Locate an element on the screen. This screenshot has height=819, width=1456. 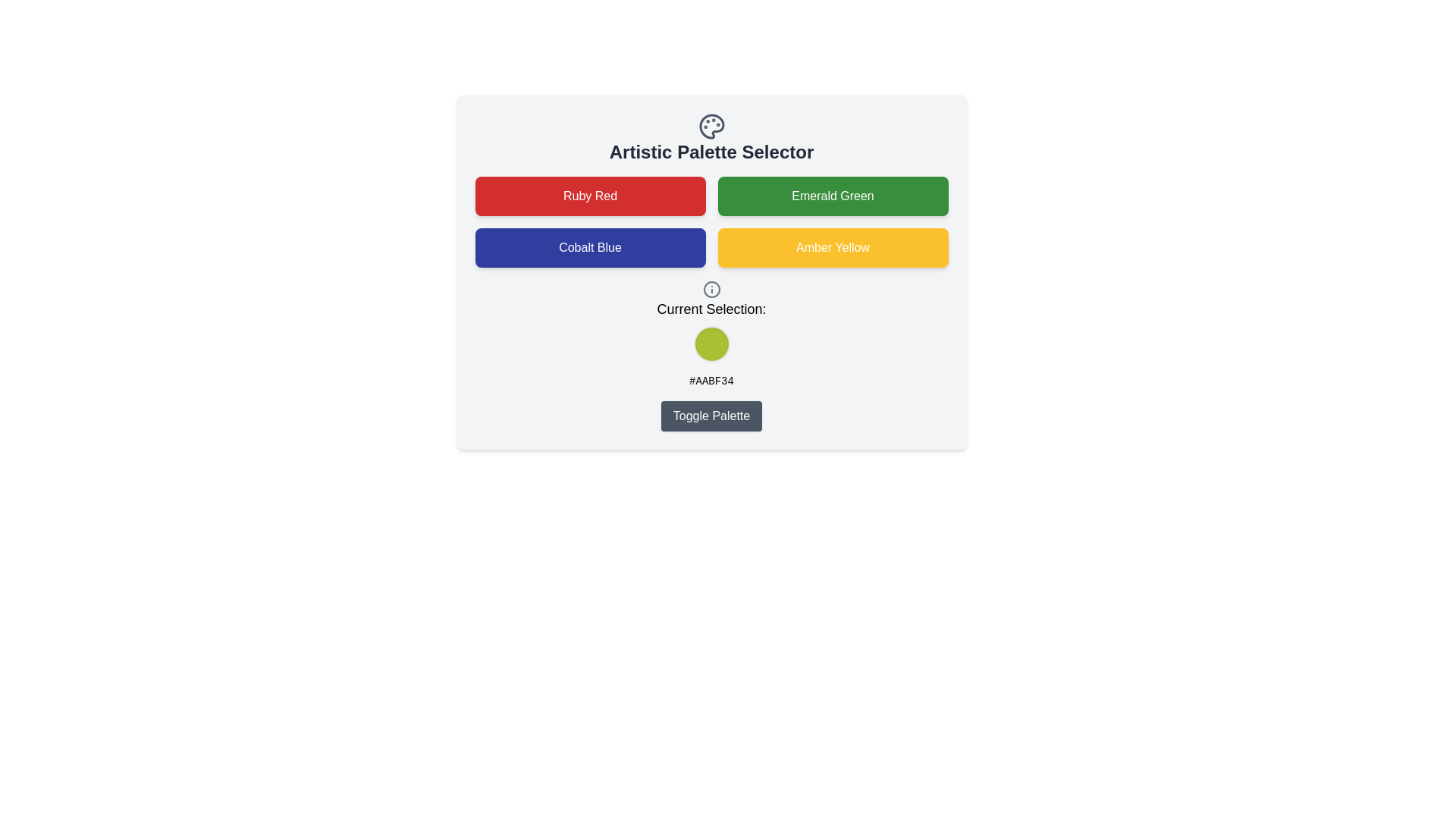
the header text 'Artistic Palette Selector' which is styled in bold, large font and located centrally near the top of the interface, just below a palette icon is located at coordinates (711, 152).